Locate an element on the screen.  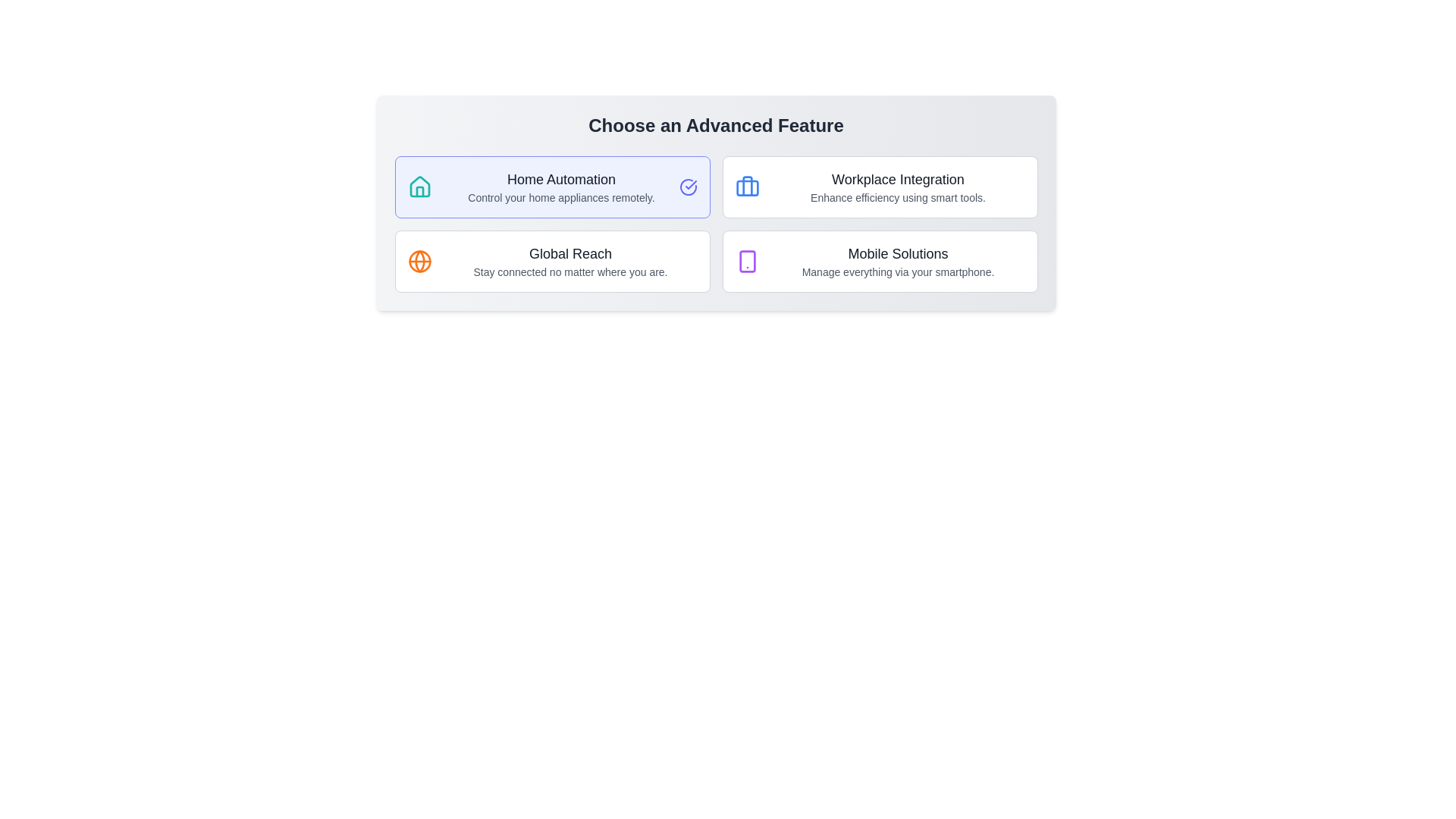
the 'Mobile Solutions' button located at the bottom-right corner of the grid layout is located at coordinates (880, 260).